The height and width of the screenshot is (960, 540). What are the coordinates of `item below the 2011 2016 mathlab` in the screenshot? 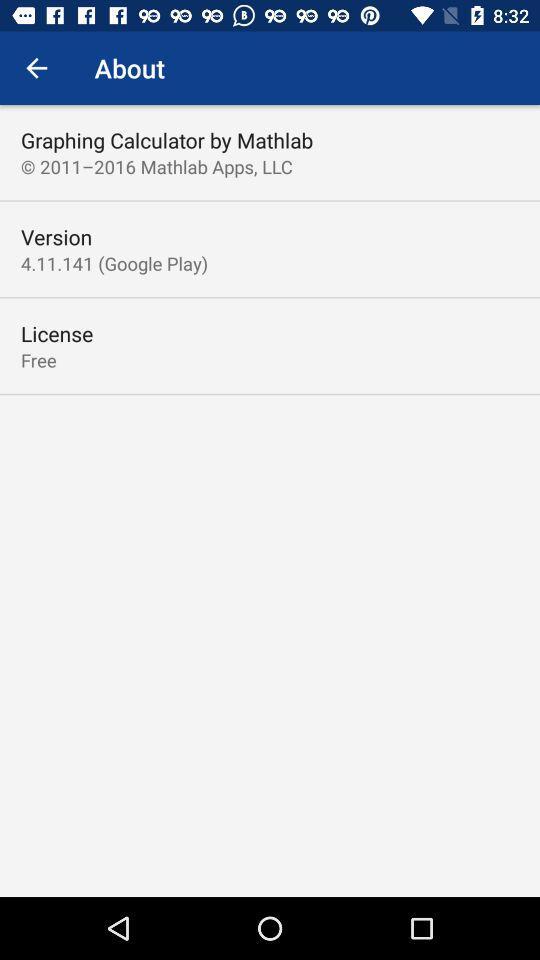 It's located at (56, 237).